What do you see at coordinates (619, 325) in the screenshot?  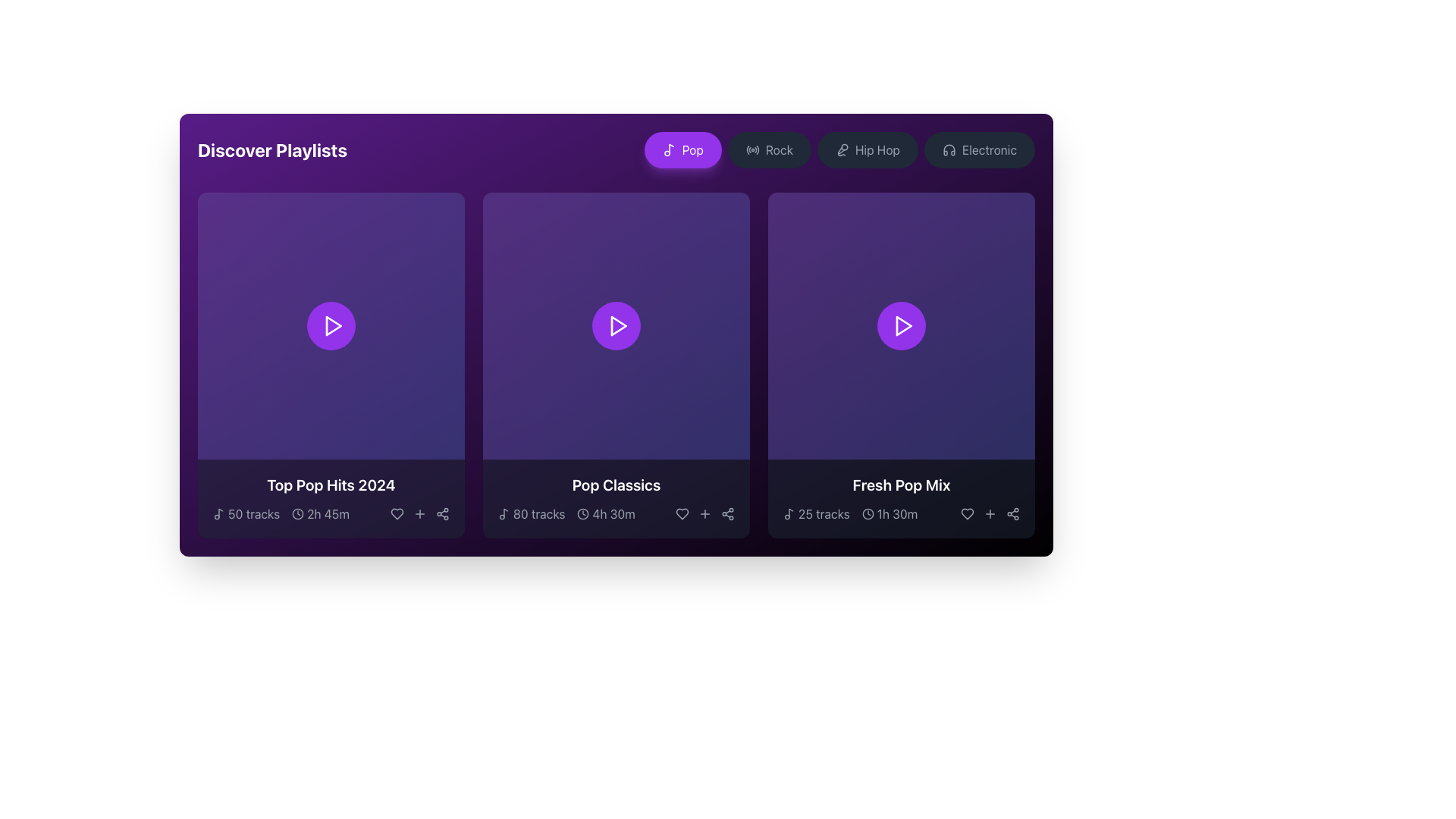 I see `the triangular play button icon, which is bright purple and located in the middle card of the playlist section titled 'Pop Classics'` at bounding box center [619, 325].